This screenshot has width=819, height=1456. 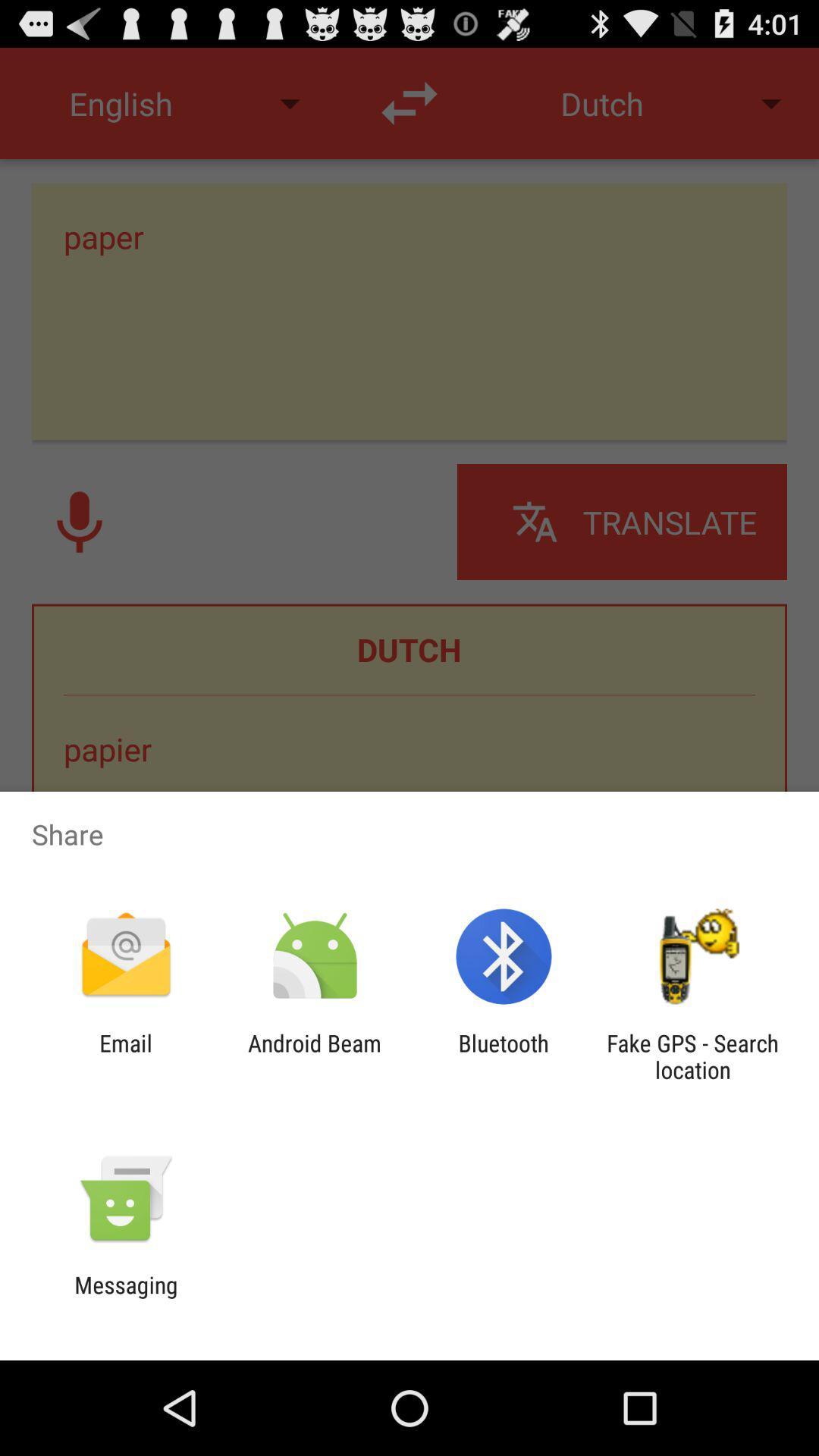 What do you see at coordinates (504, 1056) in the screenshot?
I see `the app to the left of fake gps search item` at bounding box center [504, 1056].